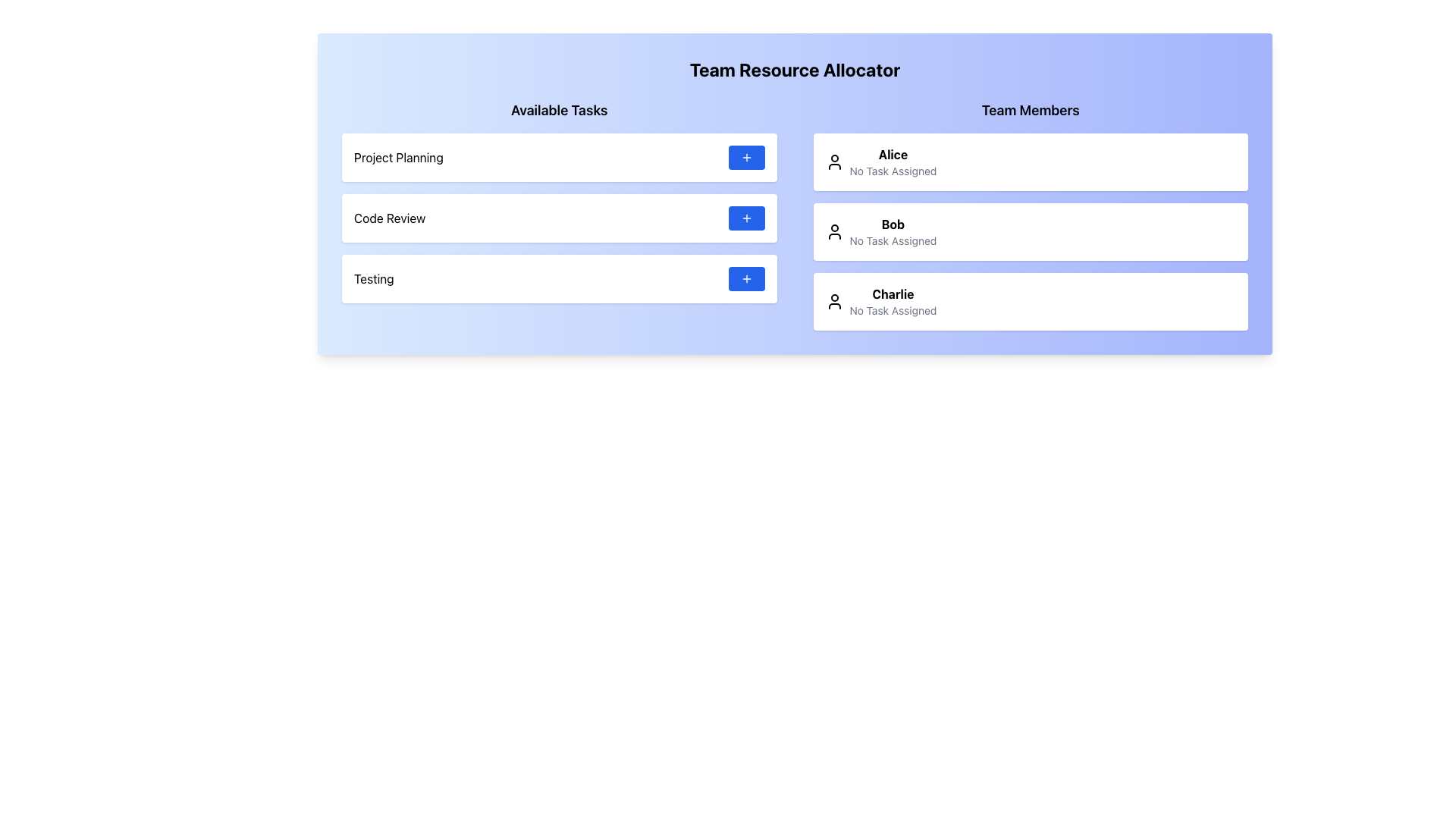 This screenshot has width=1456, height=819. I want to click on the label indicating the team member 'Alice' in the 'Team Members' section, located above 'No Task Assigned', so click(893, 155).